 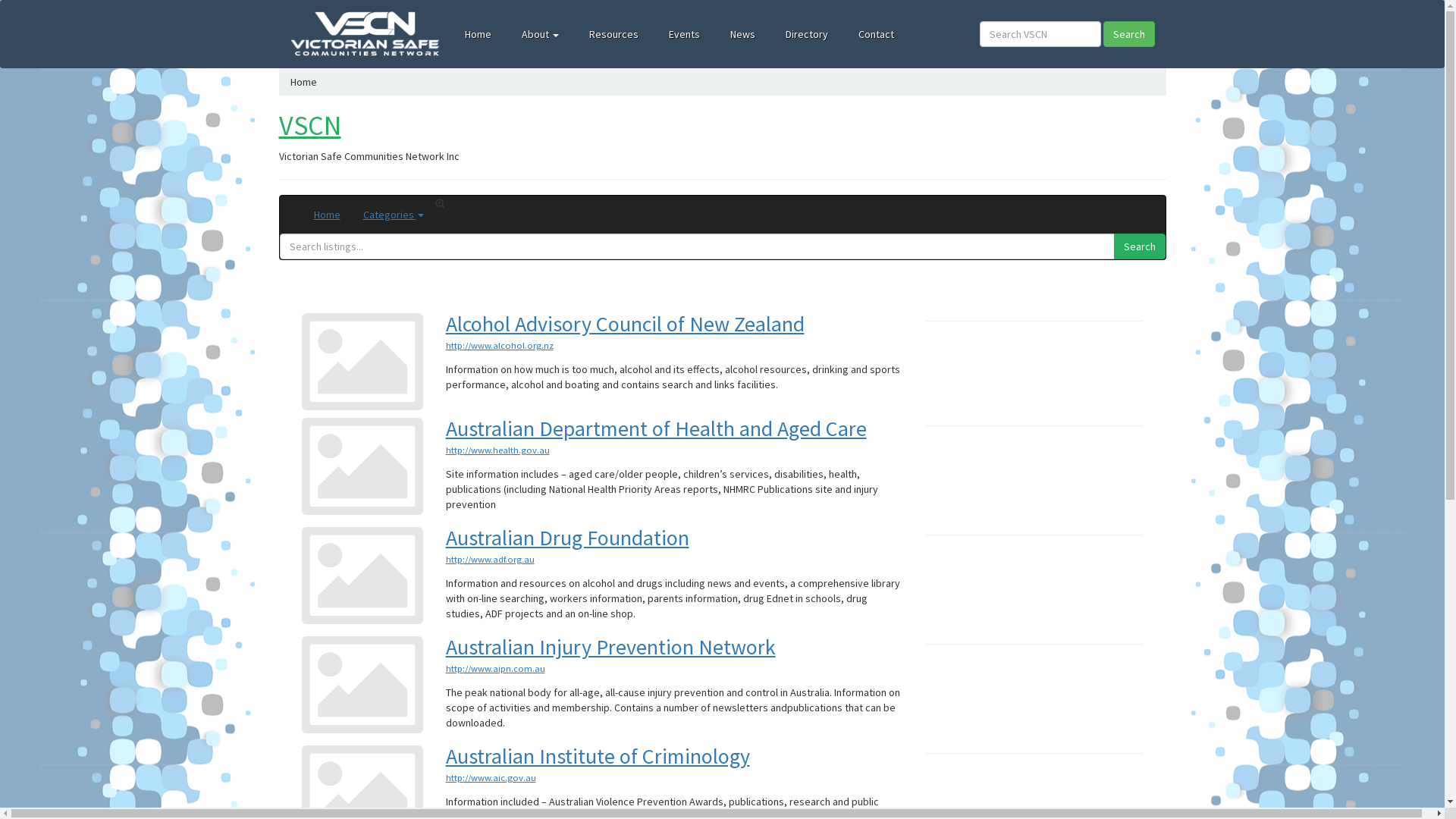 What do you see at coordinates (613, 34) in the screenshot?
I see `'Resources'` at bounding box center [613, 34].